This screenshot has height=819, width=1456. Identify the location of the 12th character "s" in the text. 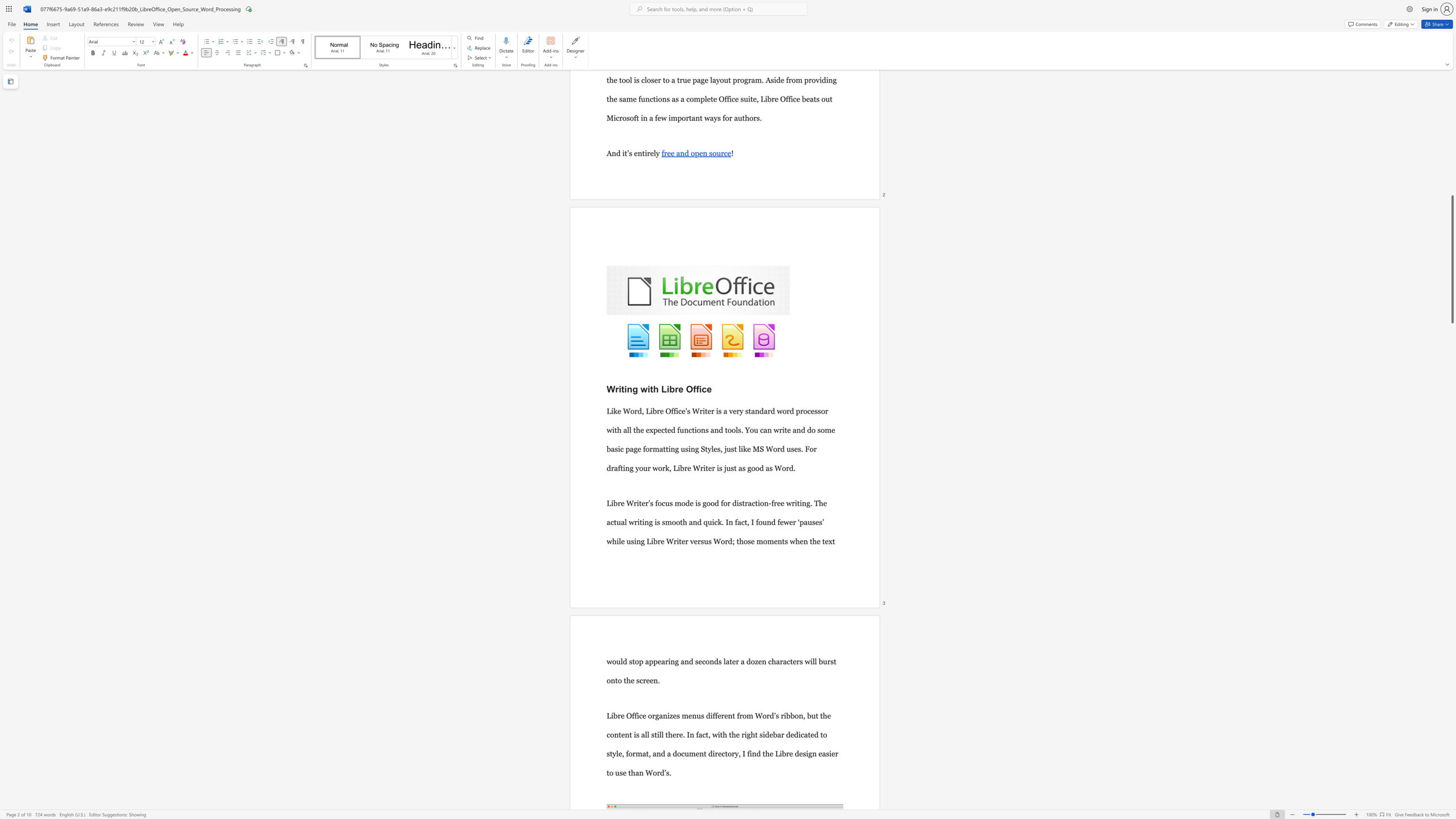
(749, 540).